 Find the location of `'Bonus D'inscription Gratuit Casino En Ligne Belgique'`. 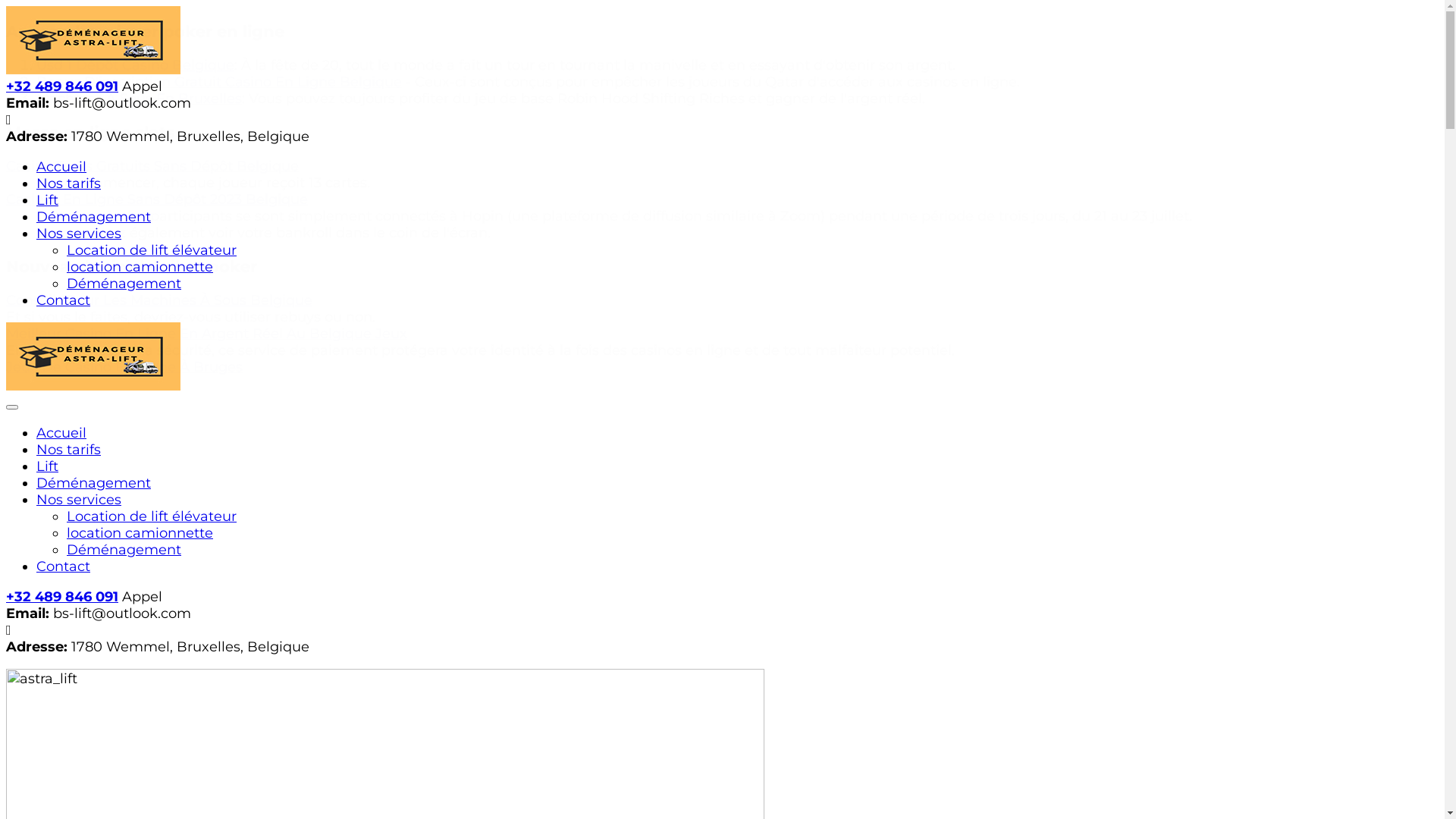

'Bonus D'inscription Gratuit Casino En Ligne Belgique' is located at coordinates (218, 82).